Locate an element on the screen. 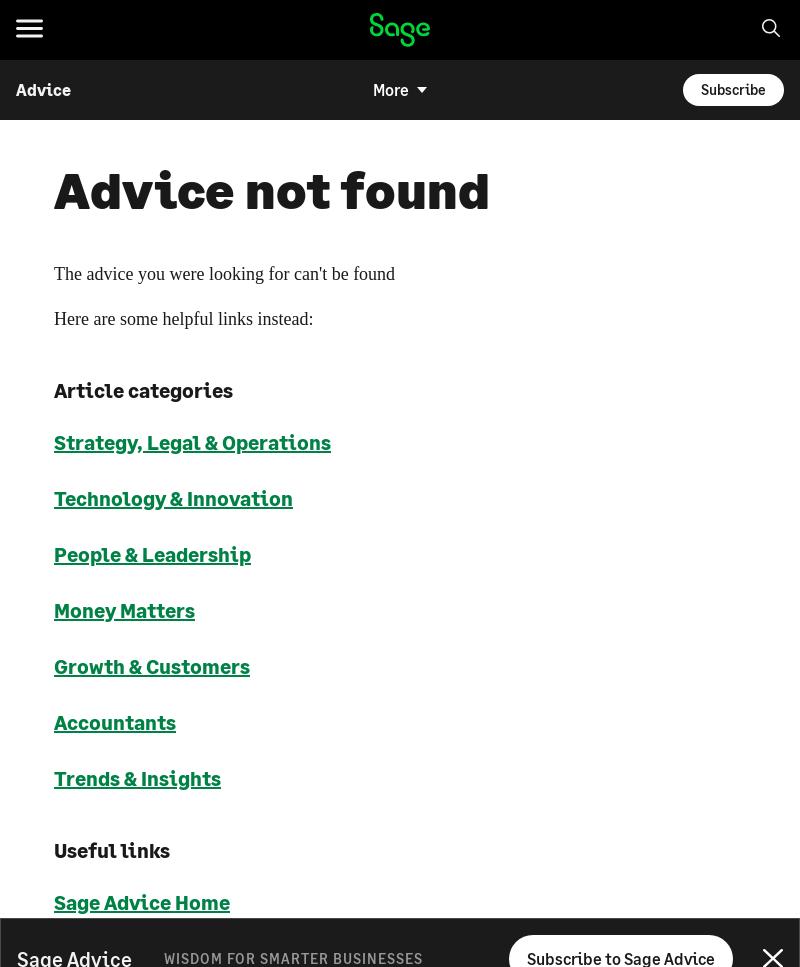 Image resolution: width=800 pixels, height=967 pixels. 'Customers' is located at coordinates (177, 328).